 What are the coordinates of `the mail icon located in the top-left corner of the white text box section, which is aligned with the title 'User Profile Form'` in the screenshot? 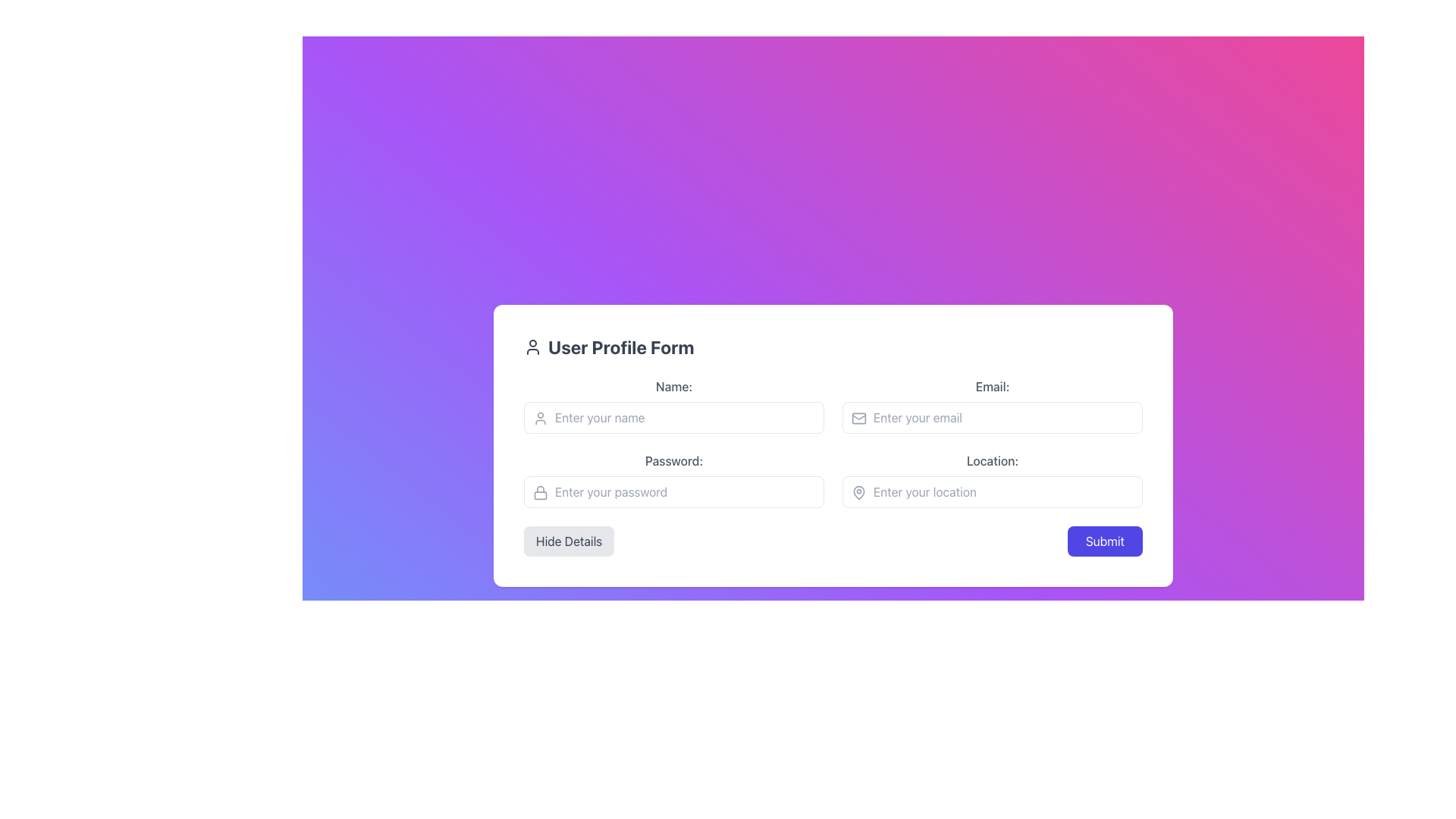 It's located at (858, 417).